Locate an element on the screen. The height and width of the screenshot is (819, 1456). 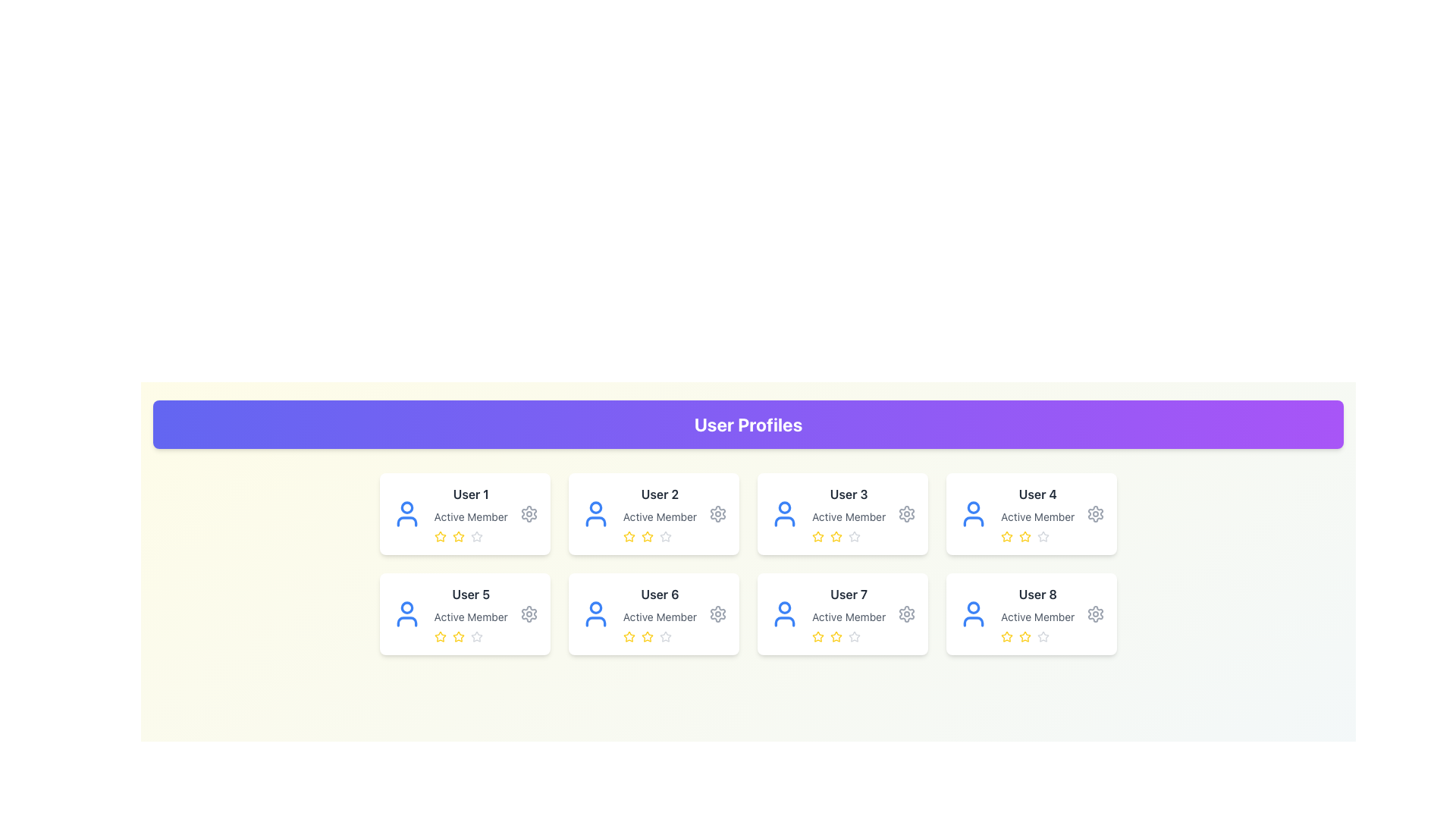
the circular icon representing the user avatar within the profile card titled 'User 4', located at the center of the card's upper section is located at coordinates (974, 507).